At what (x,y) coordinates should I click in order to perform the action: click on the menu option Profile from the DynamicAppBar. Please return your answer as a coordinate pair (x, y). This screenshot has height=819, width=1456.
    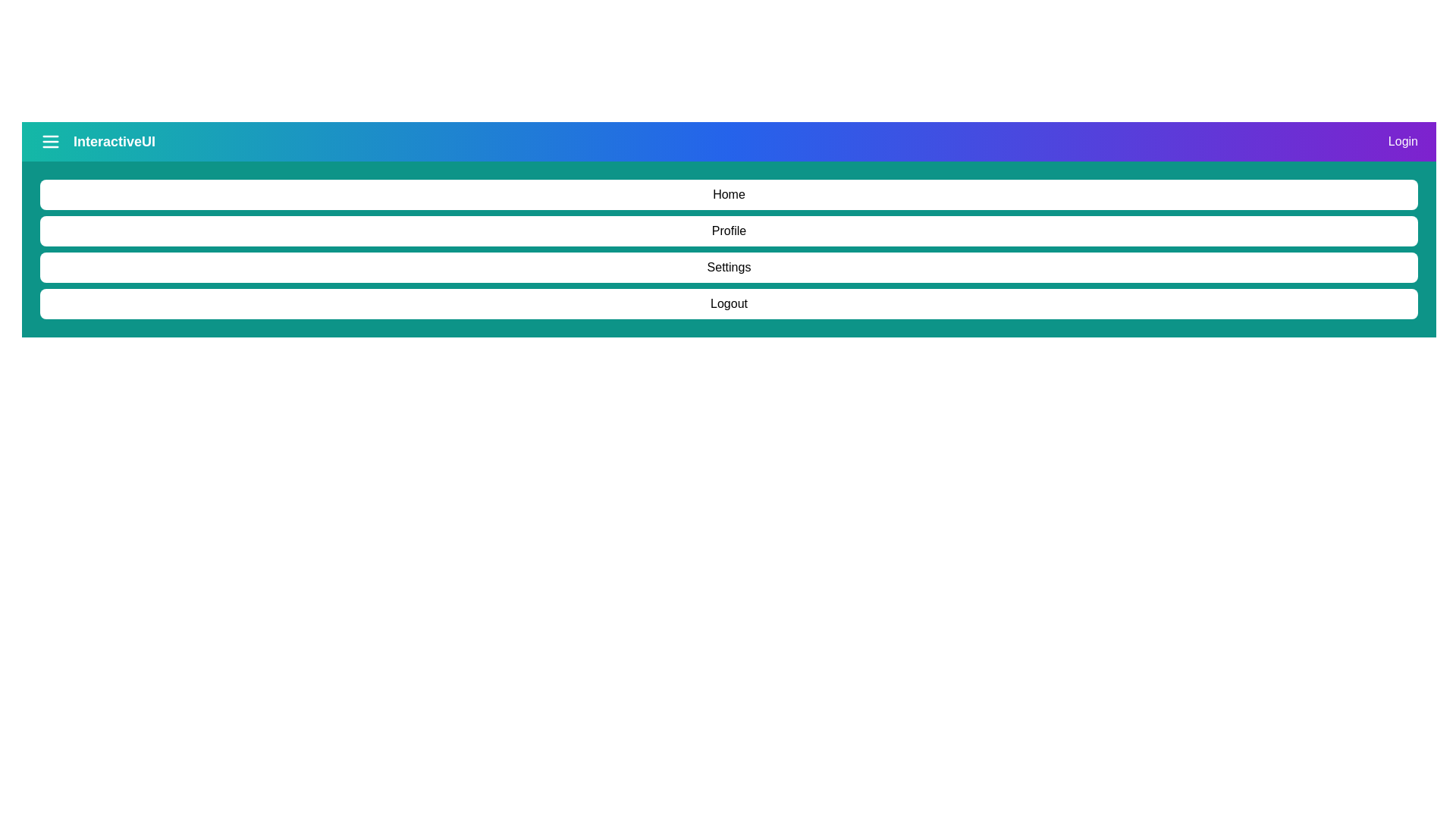
    Looking at the image, I should click on (729, 231).